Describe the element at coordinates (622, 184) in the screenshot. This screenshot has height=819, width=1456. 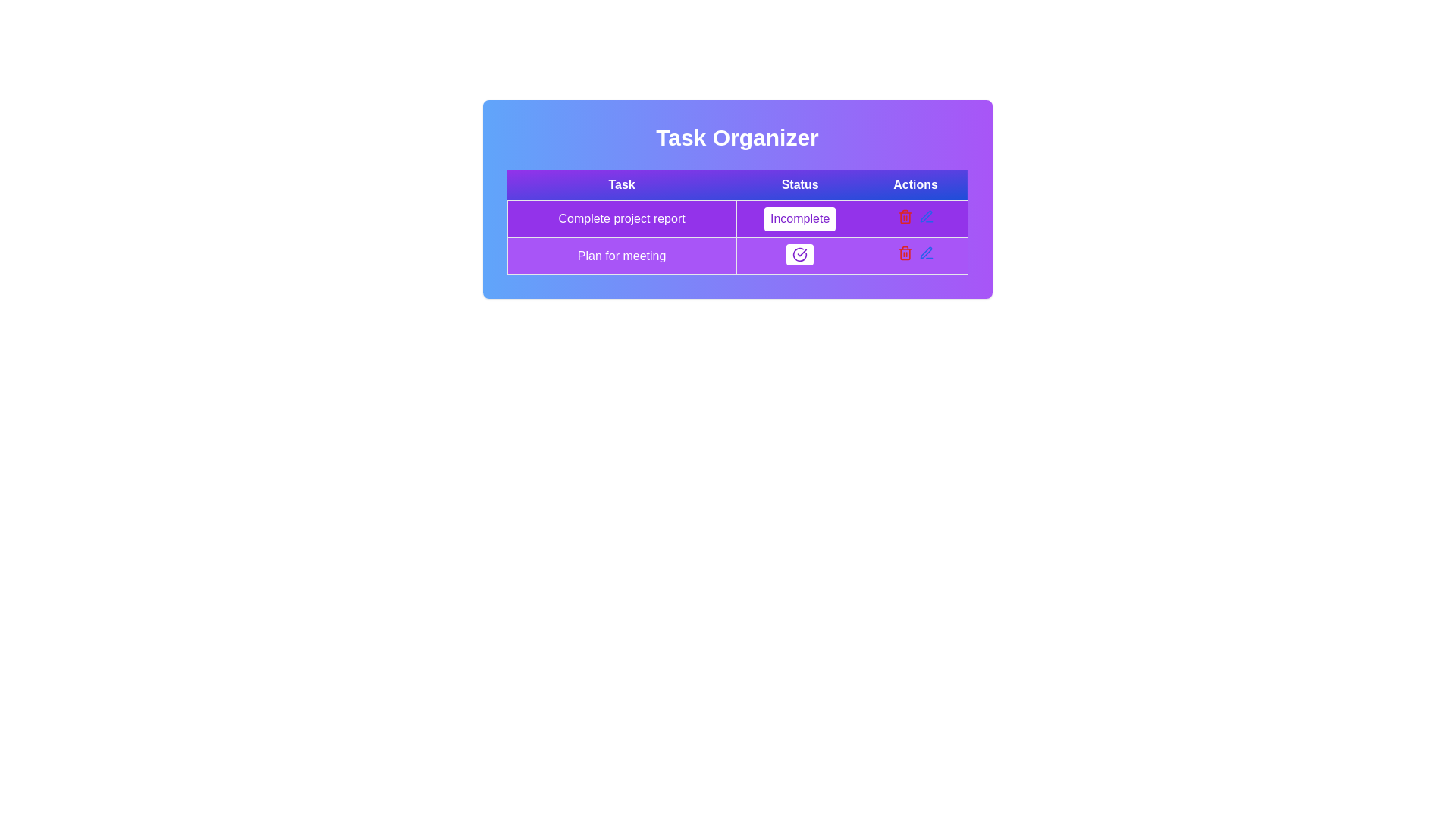
I see `the 'Task' header label in the task organizer interface, which is located at the top-left area of the header among the labels 'Status' and 'Actions'` at that location.